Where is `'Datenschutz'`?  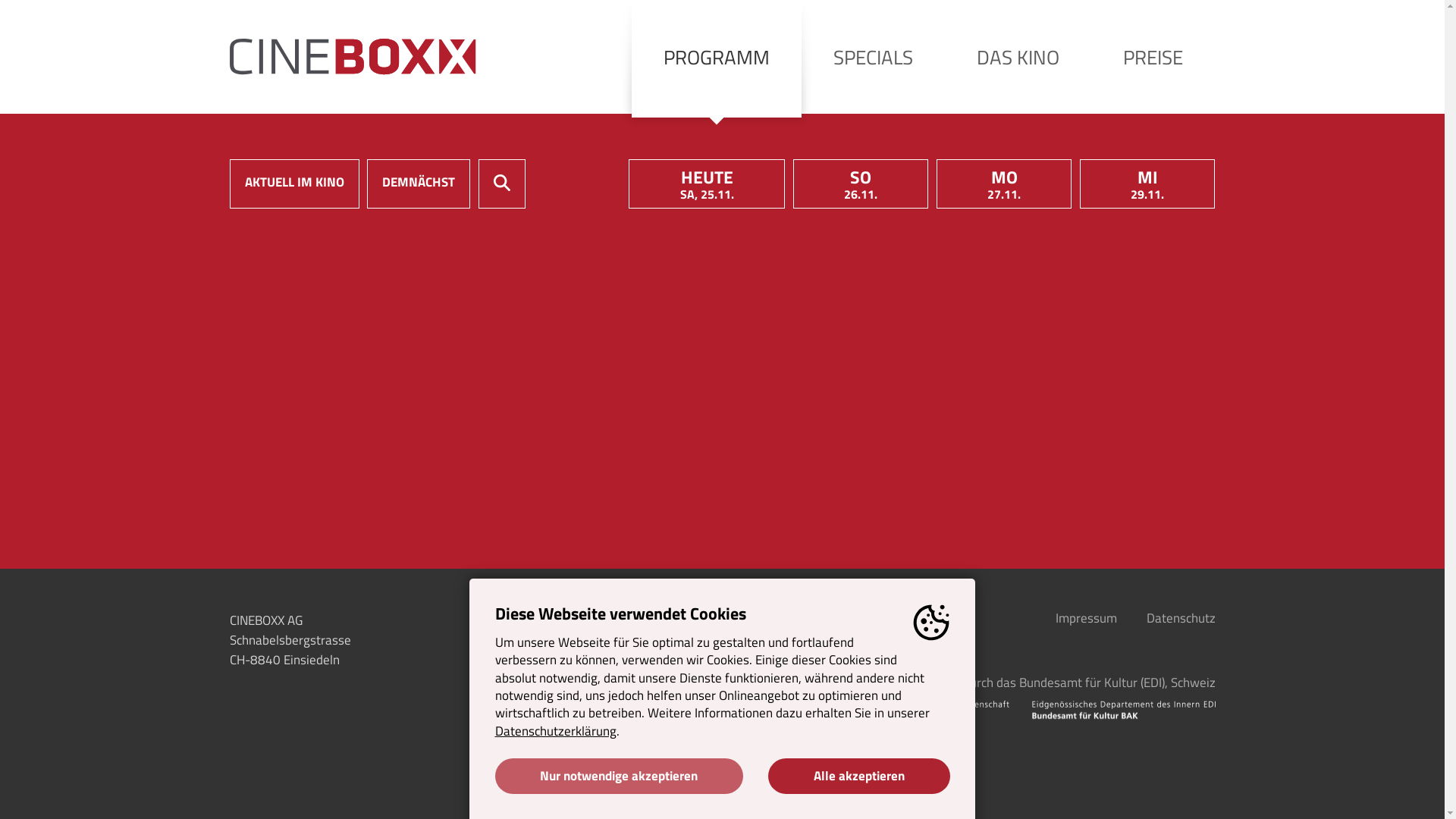 'Datenschutz' is located at coordinates (1180, 617).